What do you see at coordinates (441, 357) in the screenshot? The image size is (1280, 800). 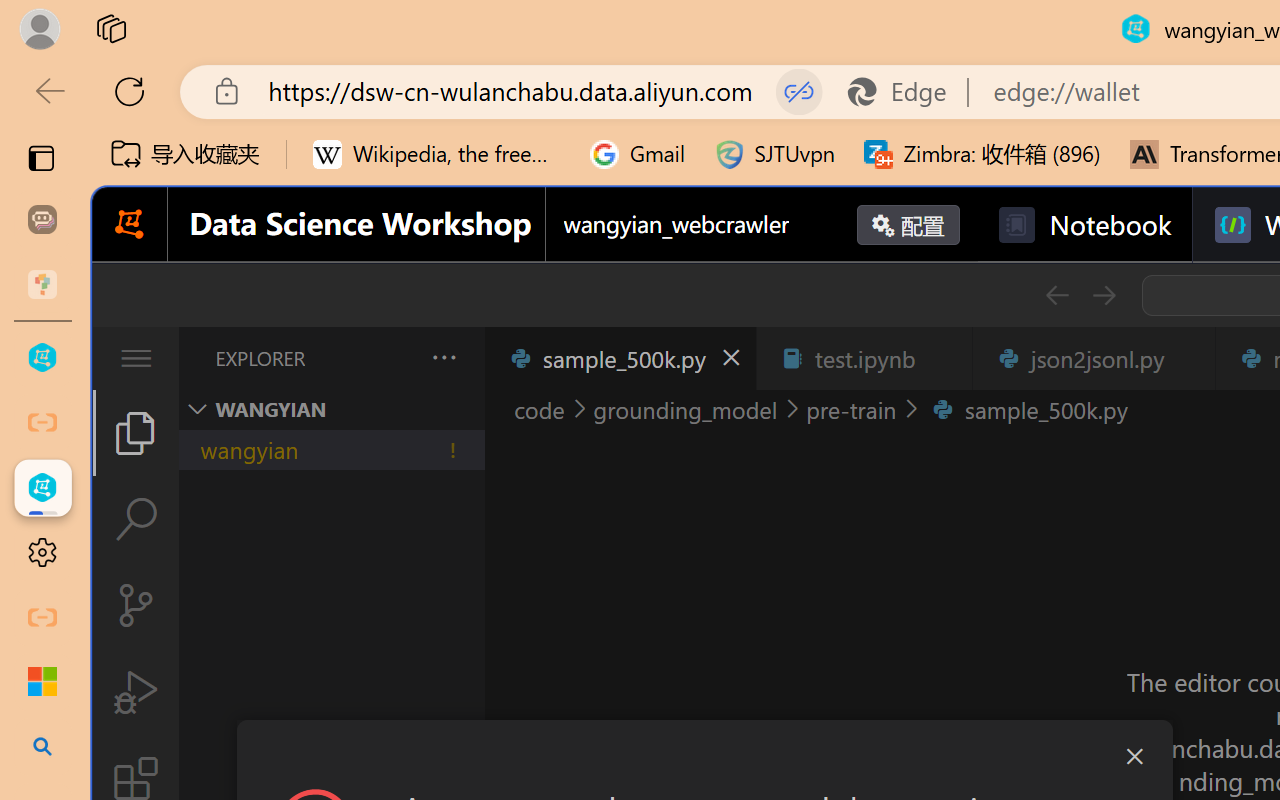 I see `'Views and More Actions...'` at bounding box center [441, 357].